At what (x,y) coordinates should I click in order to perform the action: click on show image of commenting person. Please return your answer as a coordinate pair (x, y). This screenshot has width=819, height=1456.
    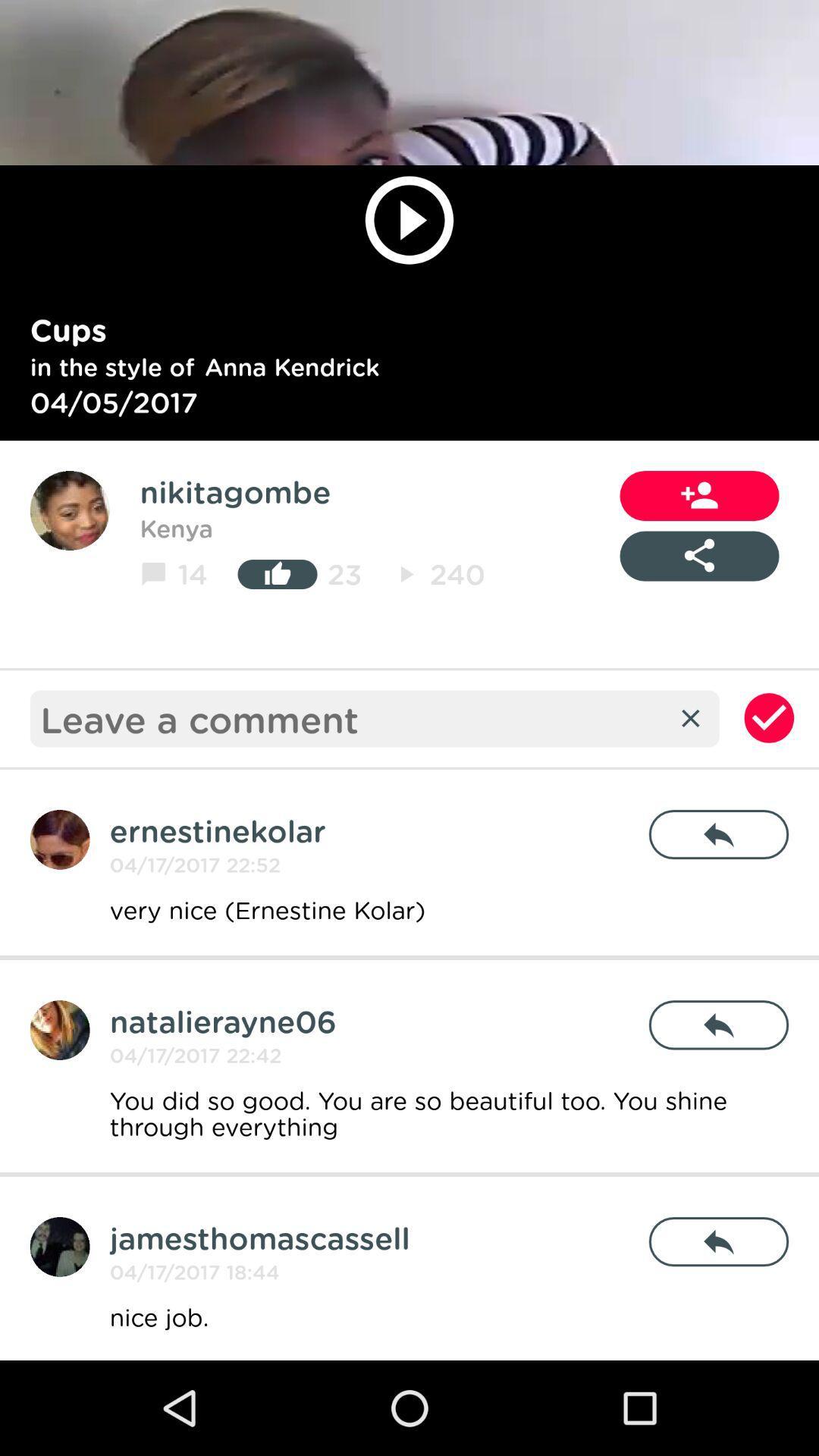
    Looking at the image, I should click on (59, 1247).